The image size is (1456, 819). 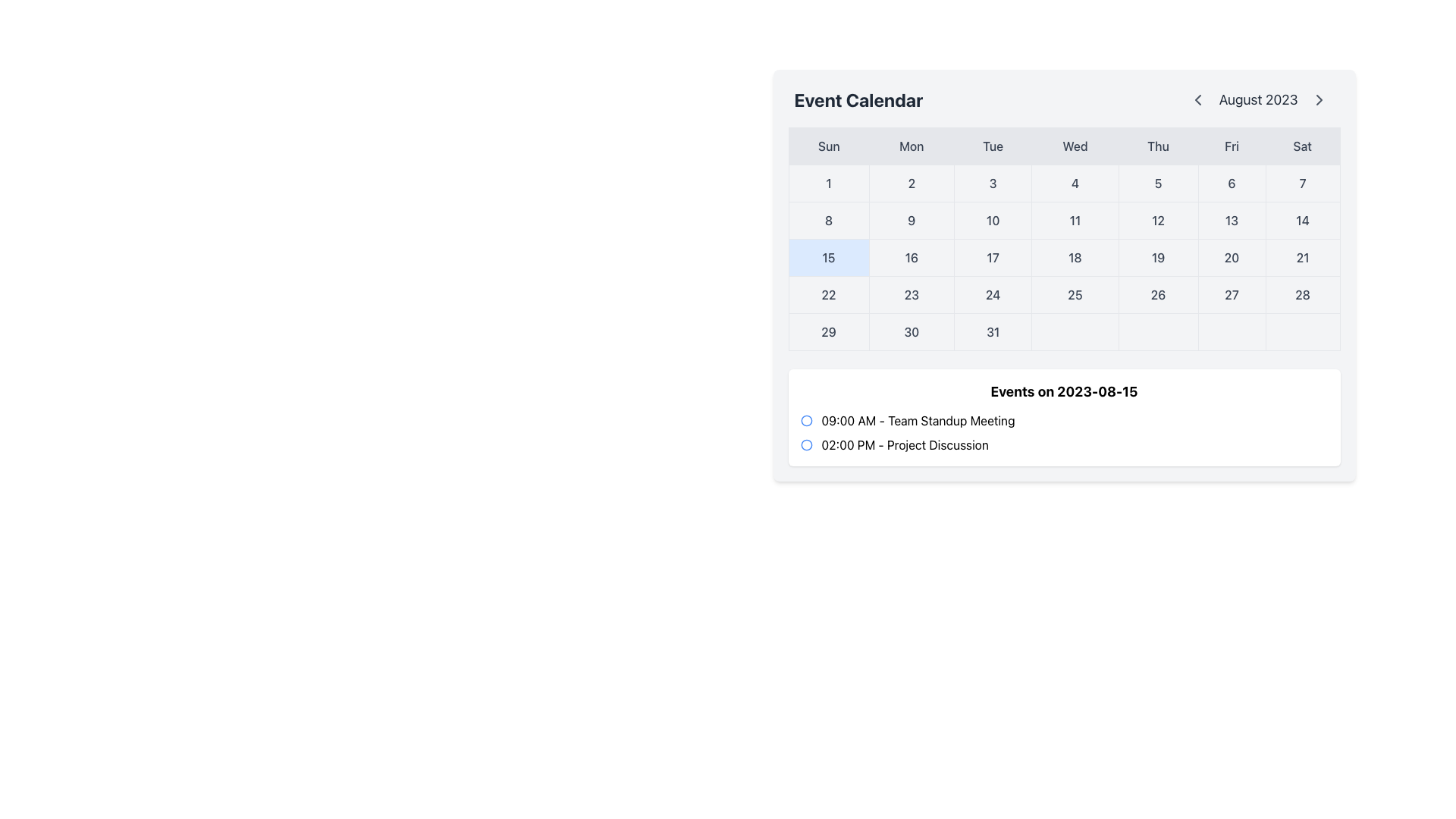 What do you see at coordinates (1063, 256) in the screenshot?
I see `the specific day cell in the third row of the calendar grid` at bounding box center [1063, 256].